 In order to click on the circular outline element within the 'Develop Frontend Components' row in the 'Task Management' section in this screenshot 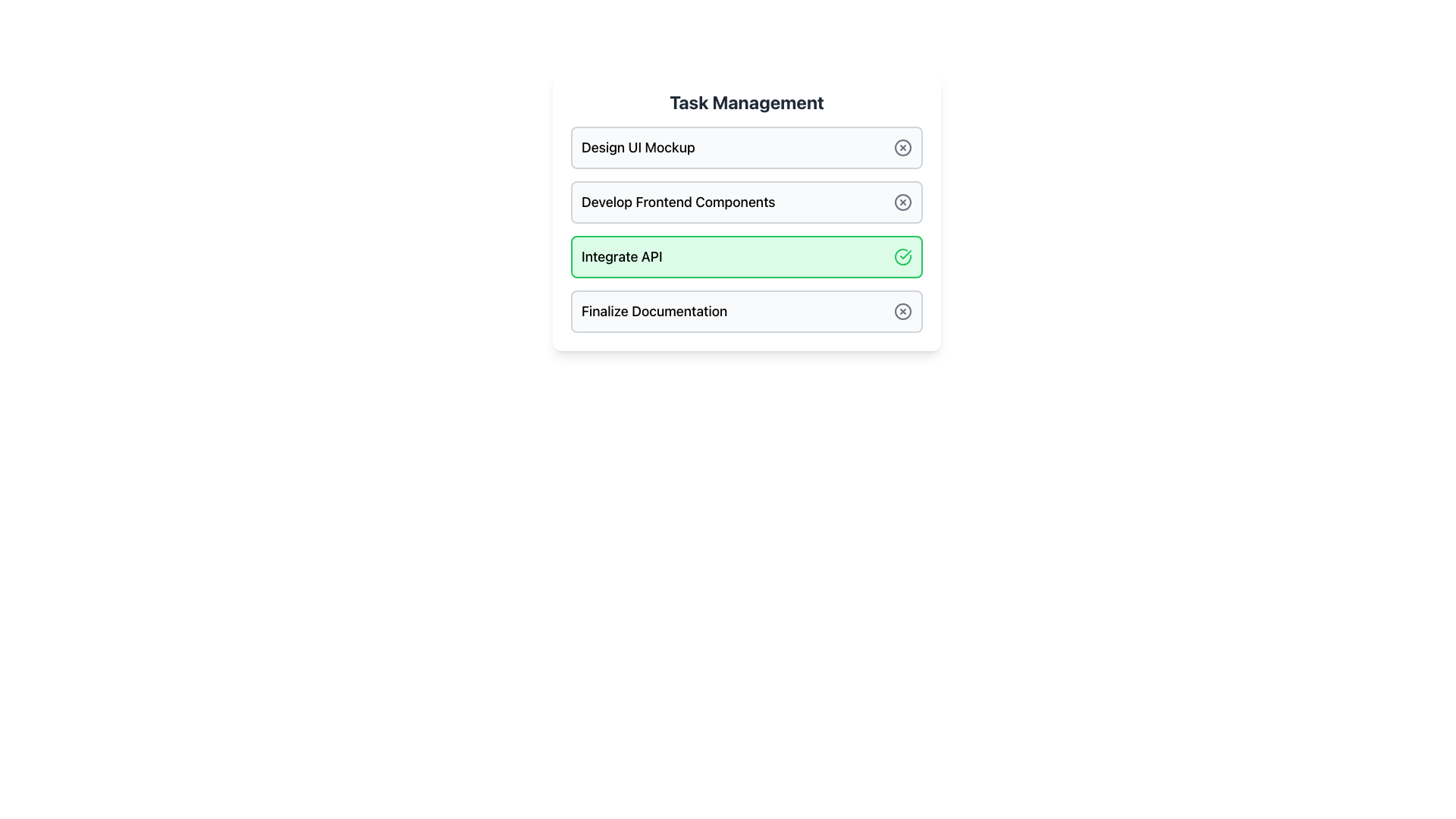, I will do `click(902, 201)`.